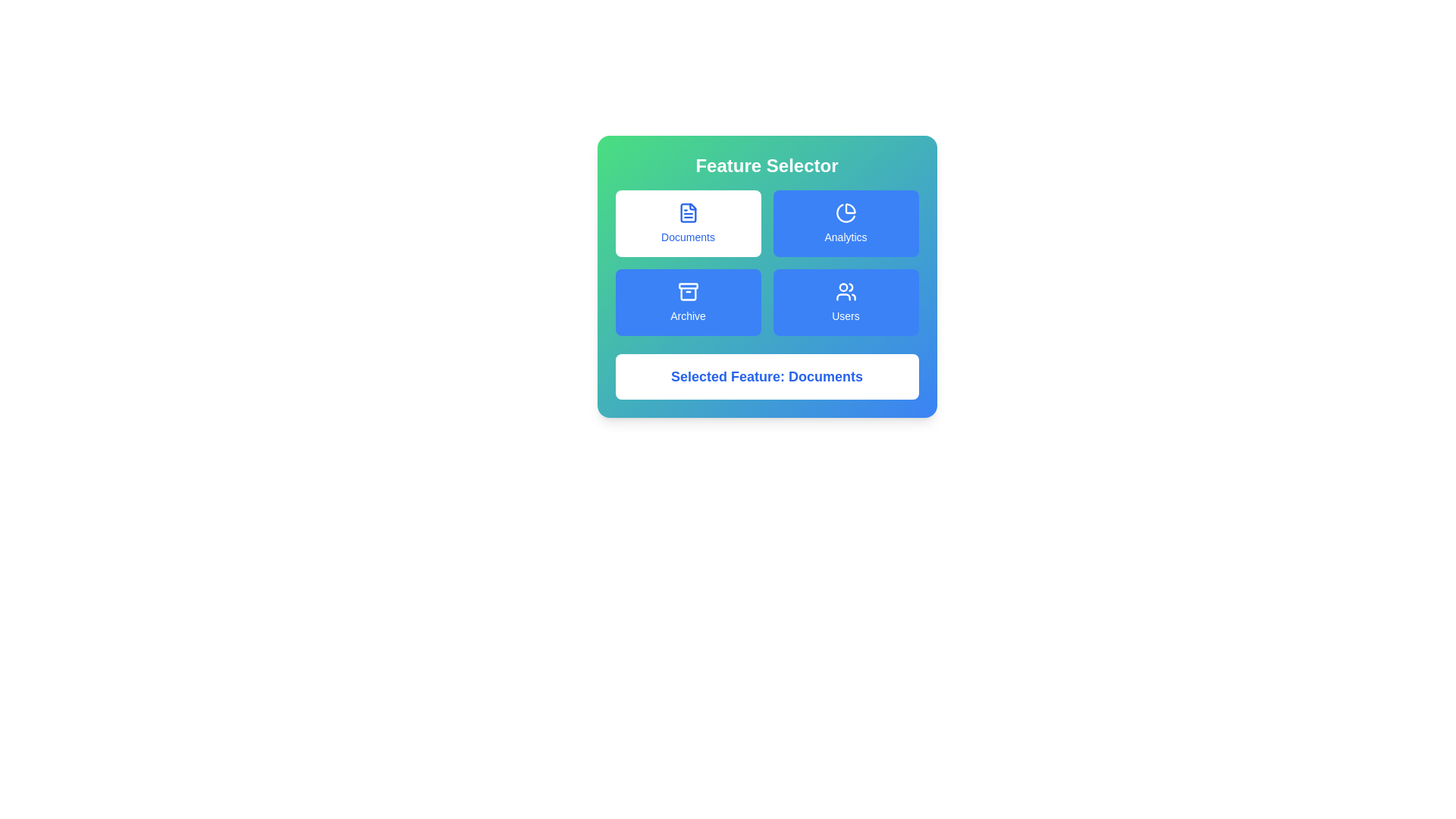 This screenshot has width=1456, height=819. I want to click on the Text Label that provides a description for the feature represented by the surrounding button, located inside the top-left feature button within a grid of four options, directly below the document icon and horizontally centered, so click(687, 237).